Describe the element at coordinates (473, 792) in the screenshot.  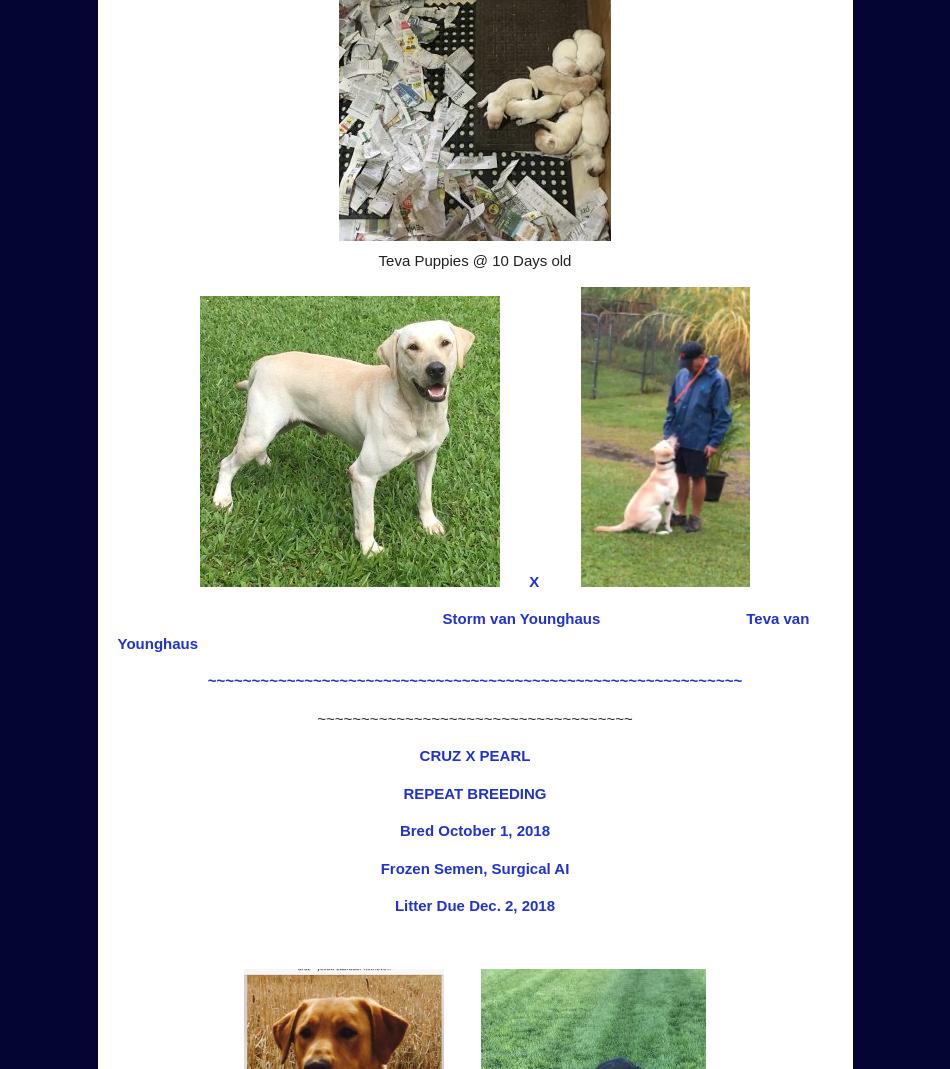
I see `'REPEAT BREEDING'` at that location.